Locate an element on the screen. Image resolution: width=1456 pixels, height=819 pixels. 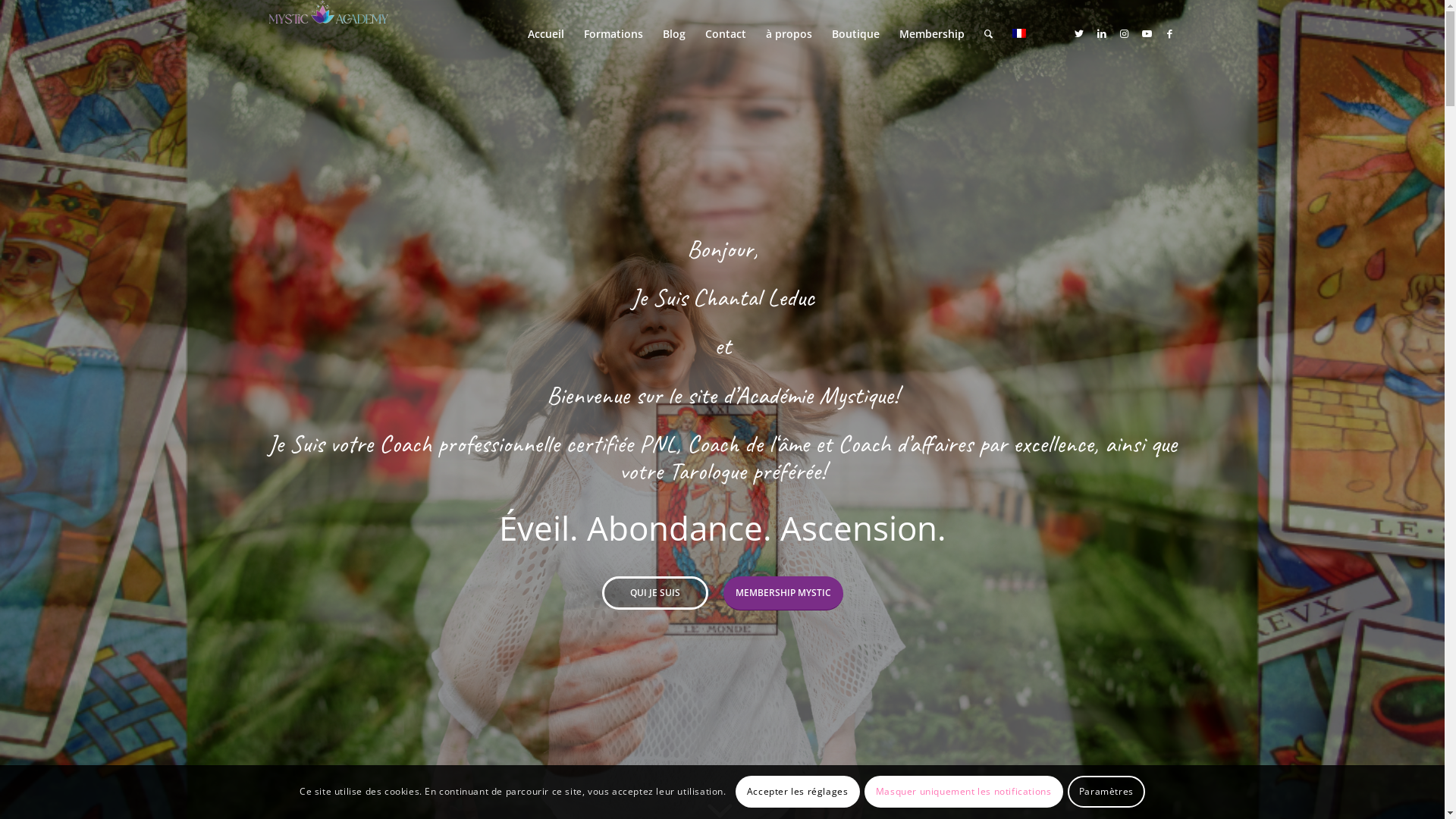
'QUI JE SUIS' is located at coordinates (655, 592).